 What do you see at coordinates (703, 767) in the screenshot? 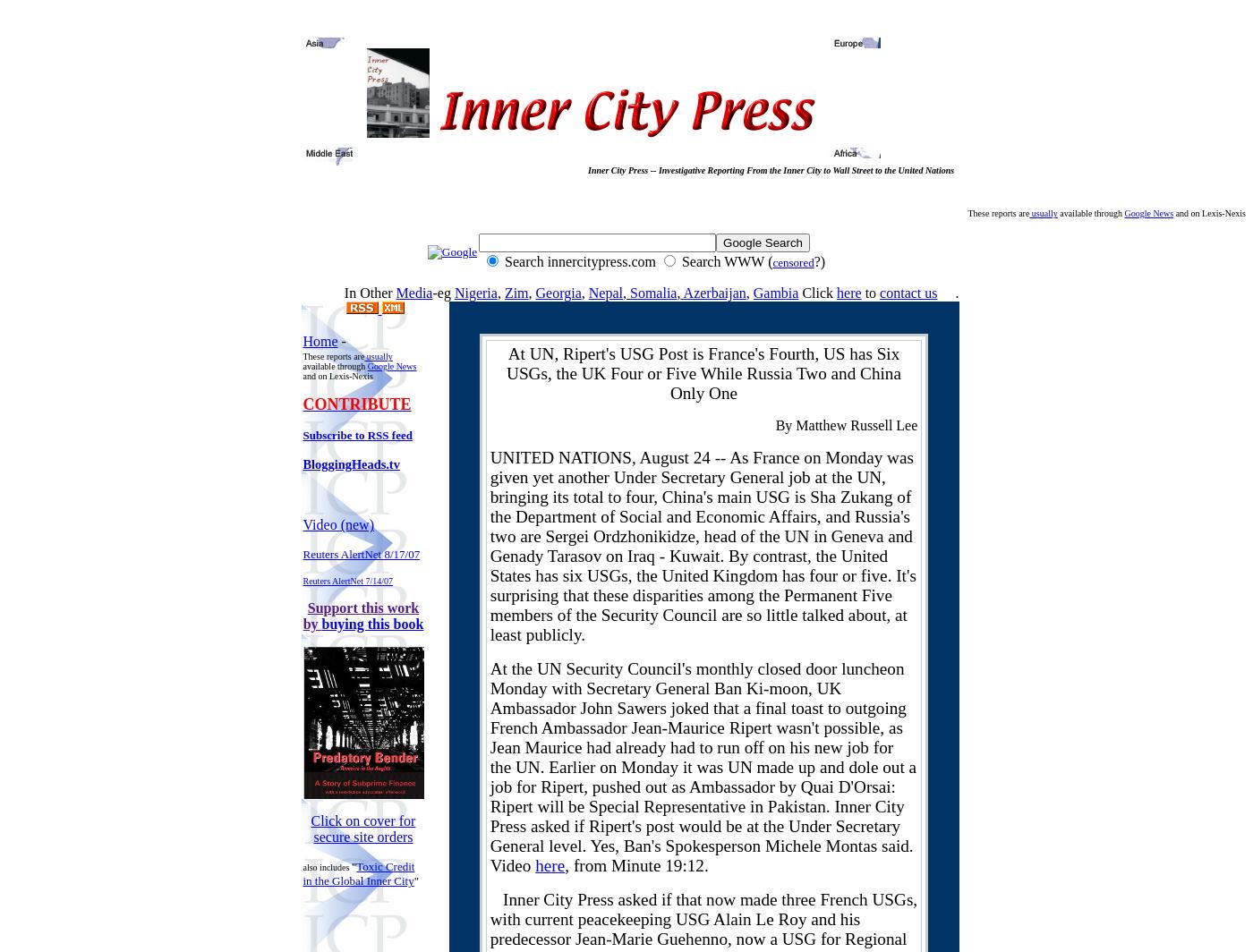
I see `'At
the UN Security Council's monthly closed door luncheon Monday with
Secretary General Ban Ki-moon, UK Ambassador John Sawers joked that a
final toast to outgoing French Ambassador Jean-Maurice Ripert wasn't
possible, as Jean Maurice had already had to run off on his new job
for the UN. Earlier on Monday it was UN made up and dole out a job
for Ripert, pushed out as Ambassador by Quai D'Orsai: Ripert will be
Special Representative in Pakistan. Inner City Press asked if
Ripert's post would be at the Under Secretary General level. Yes,
Ban's Spokesperson Michele Montas said. Video'` at bounding box center [703, 767].